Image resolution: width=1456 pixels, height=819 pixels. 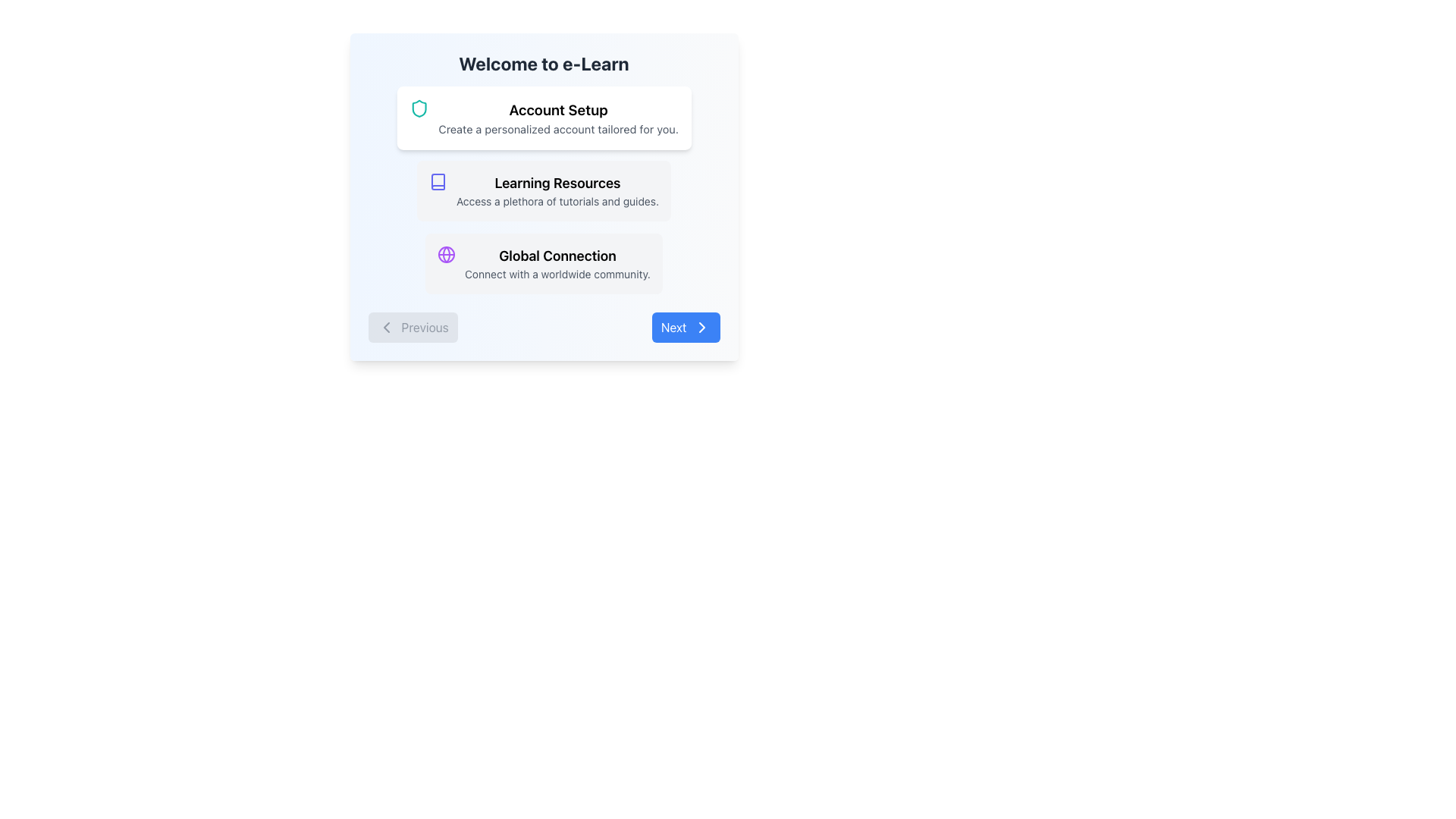 I want to click on the 'Learning Resources' Information card, which has a light gray background and displays the title in bold black font, so click(x=544, y=190).